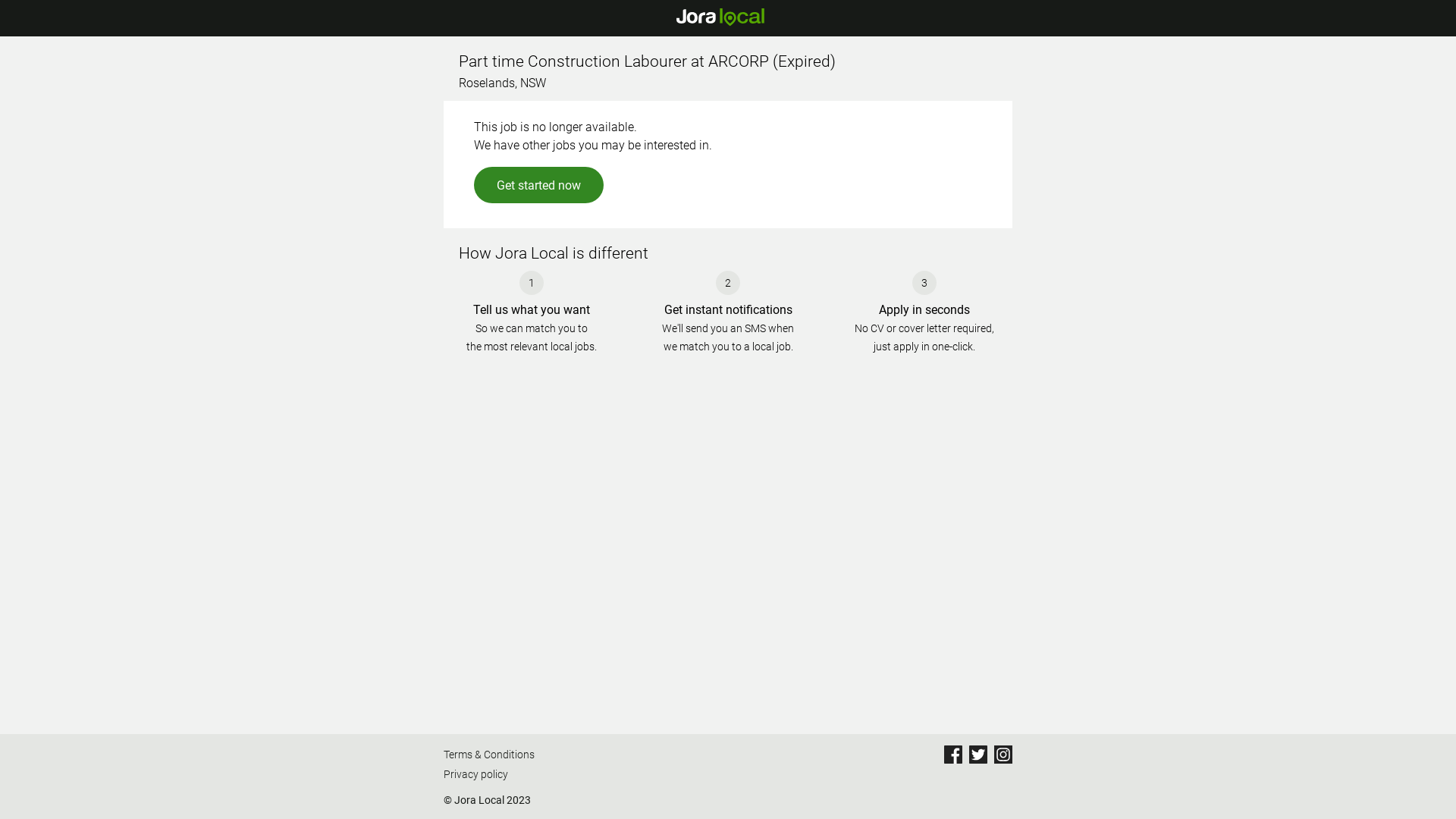  Describe the element at coordinates (978, 755) in the screenshot. I see `'Twitter'` at that location.